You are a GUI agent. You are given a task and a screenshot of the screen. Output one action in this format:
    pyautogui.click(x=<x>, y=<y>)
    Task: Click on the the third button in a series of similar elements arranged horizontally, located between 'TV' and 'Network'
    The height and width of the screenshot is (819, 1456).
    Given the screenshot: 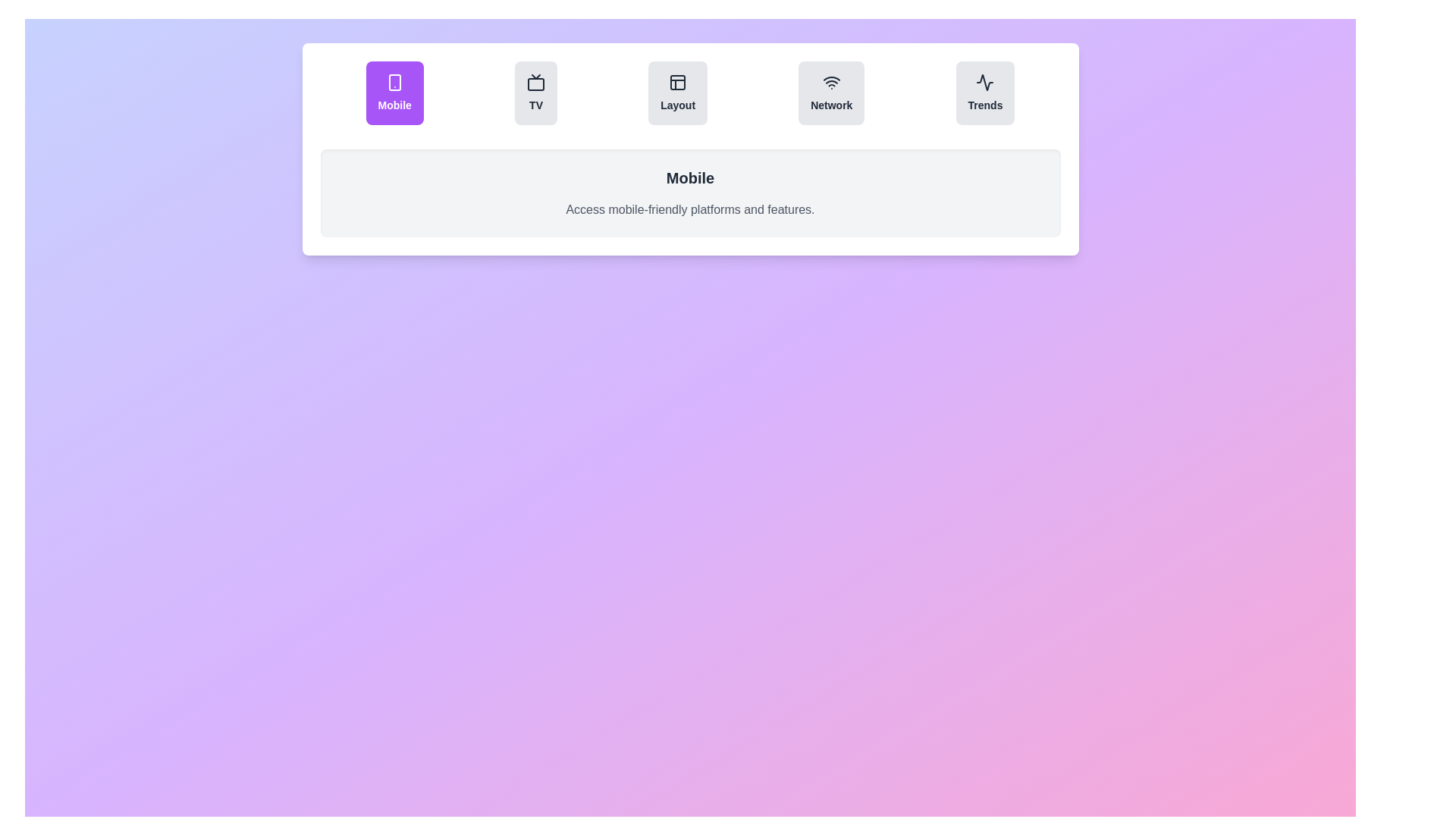 What is the action you would take?
    pyautogui.click(x=677, y=93)
    